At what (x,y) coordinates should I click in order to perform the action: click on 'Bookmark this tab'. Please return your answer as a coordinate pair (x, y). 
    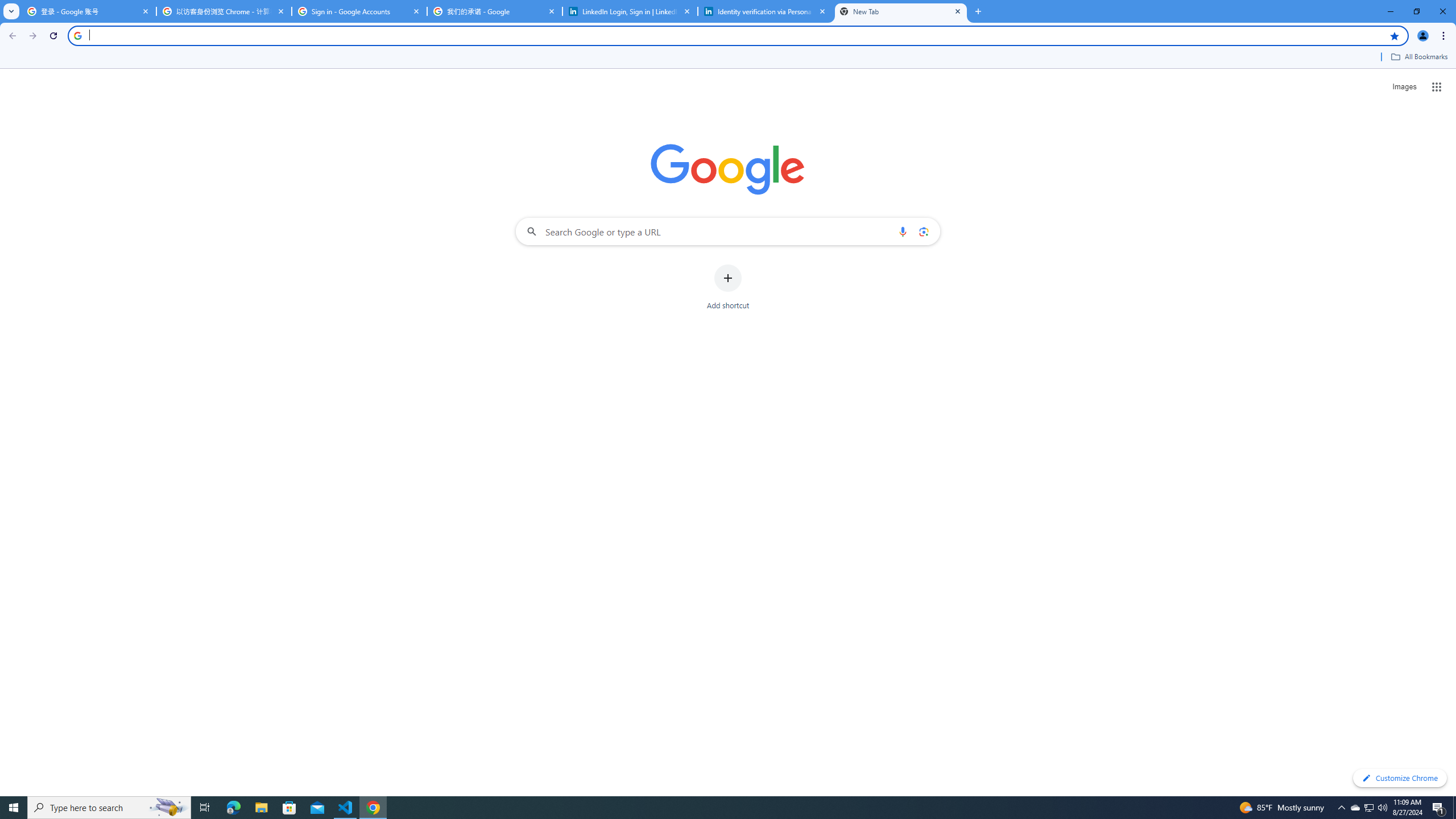
    Looking at the image, I should click on (1393, 35).